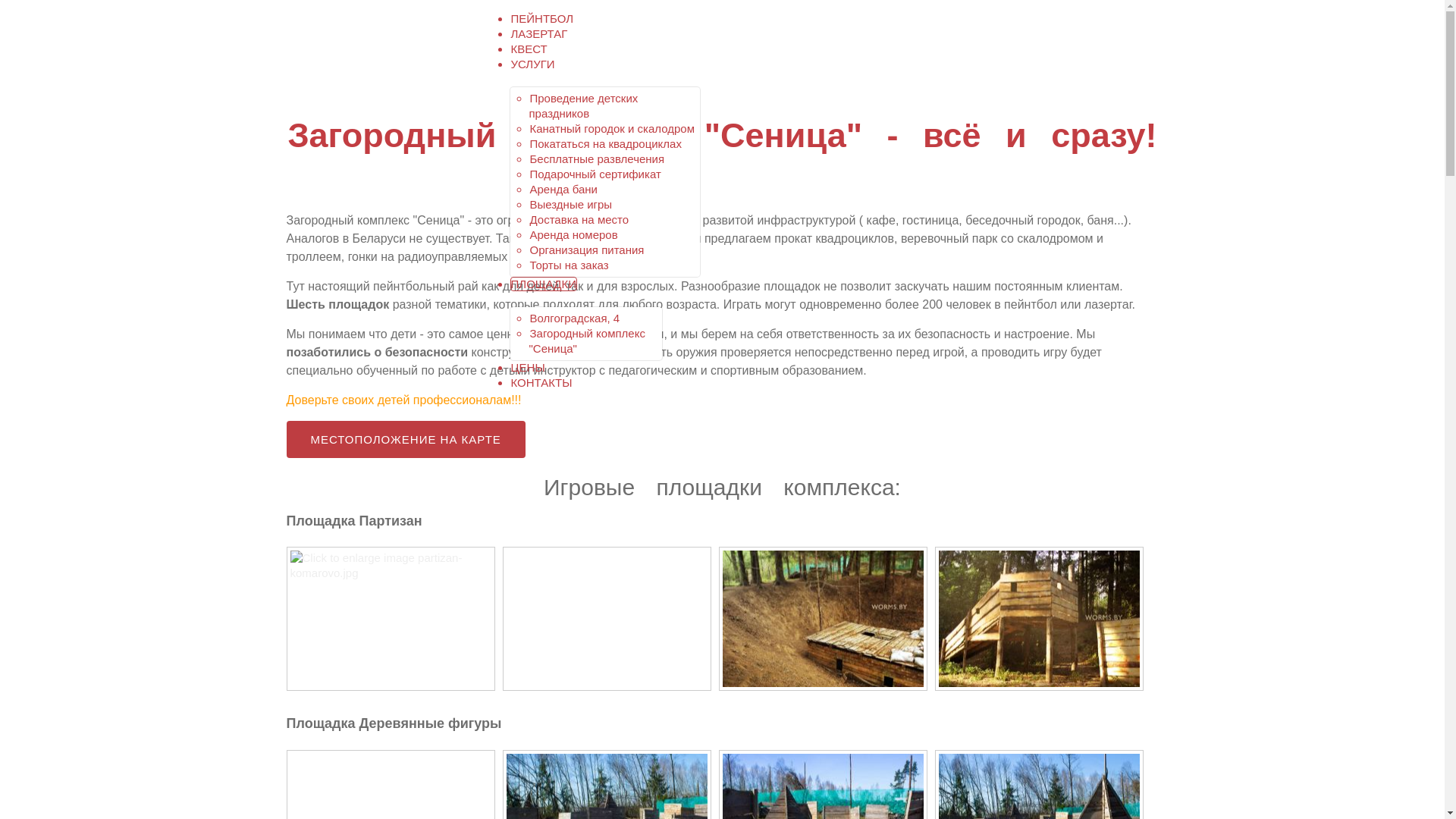 This screenshot has width=1456, height=819. Describe the element at coordinates (938, 619) in the screenshot. I see `'Click to enlarge image ploschadka-dlya-lazertaga.jpg'` at that location.